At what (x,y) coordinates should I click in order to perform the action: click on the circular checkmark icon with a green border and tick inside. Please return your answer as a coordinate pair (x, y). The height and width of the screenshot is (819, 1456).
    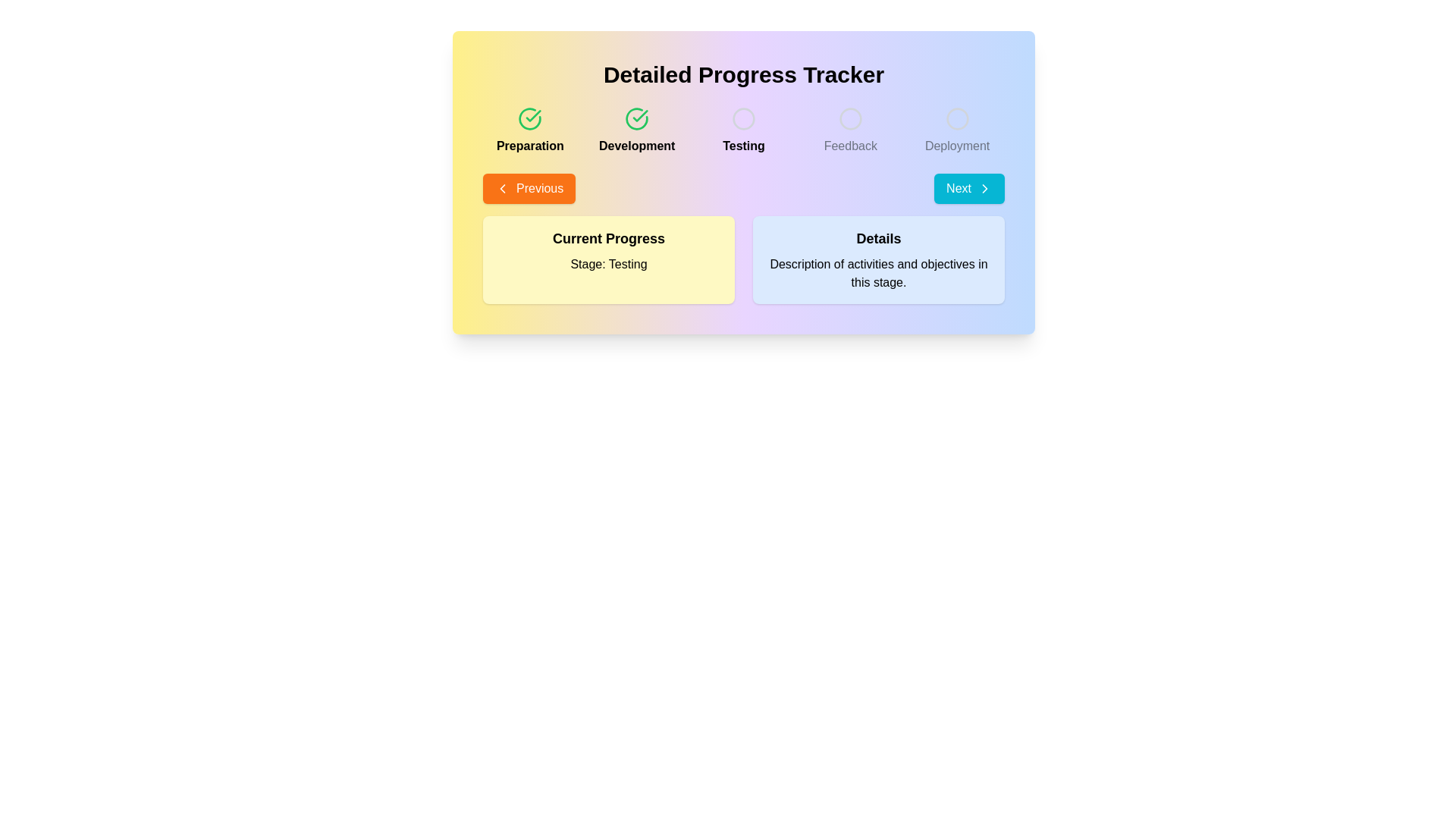
    Looking at the image, I should click on (637, 118).